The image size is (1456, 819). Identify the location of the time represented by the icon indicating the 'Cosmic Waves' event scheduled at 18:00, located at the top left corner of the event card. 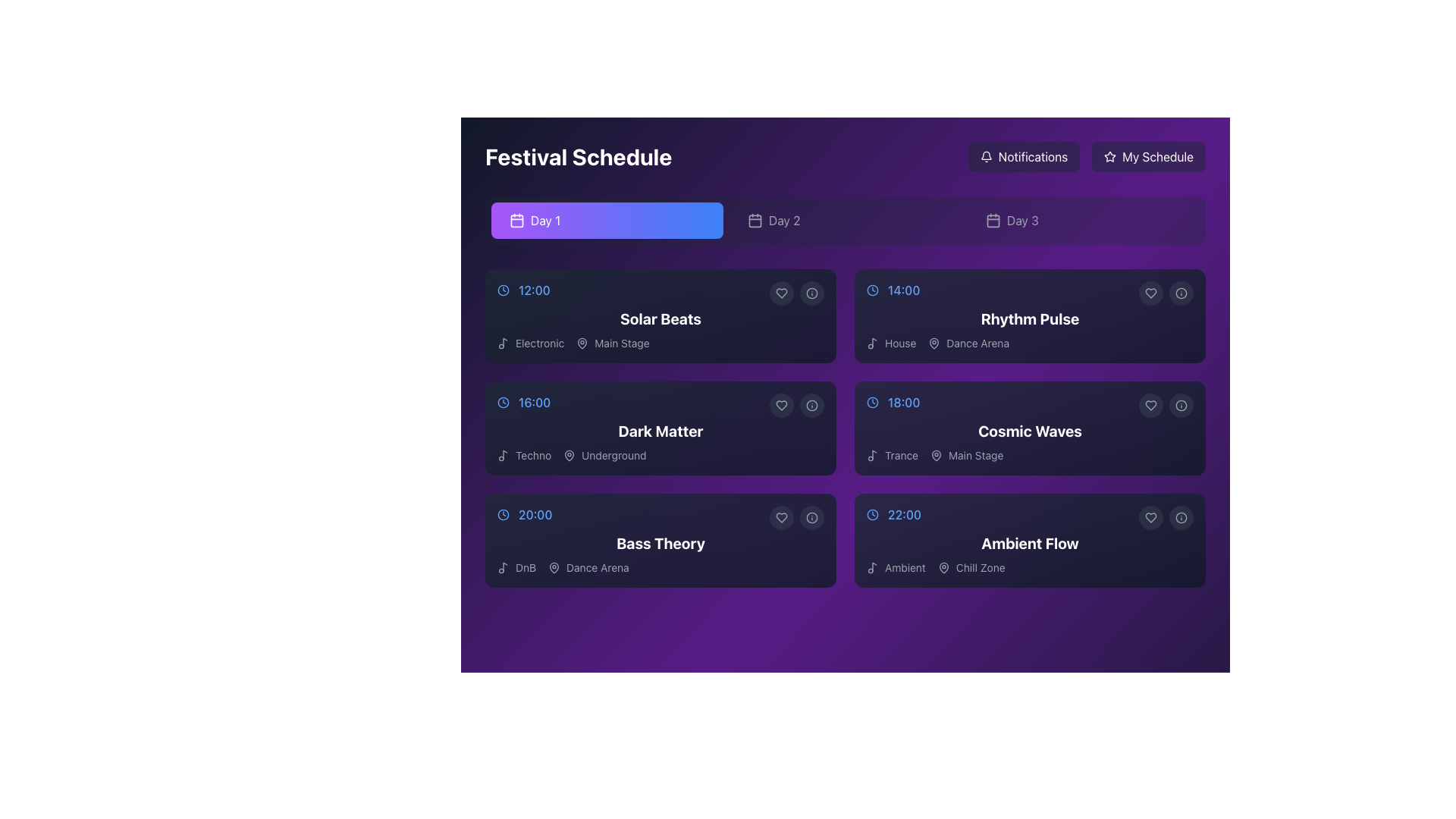
(873, 402).